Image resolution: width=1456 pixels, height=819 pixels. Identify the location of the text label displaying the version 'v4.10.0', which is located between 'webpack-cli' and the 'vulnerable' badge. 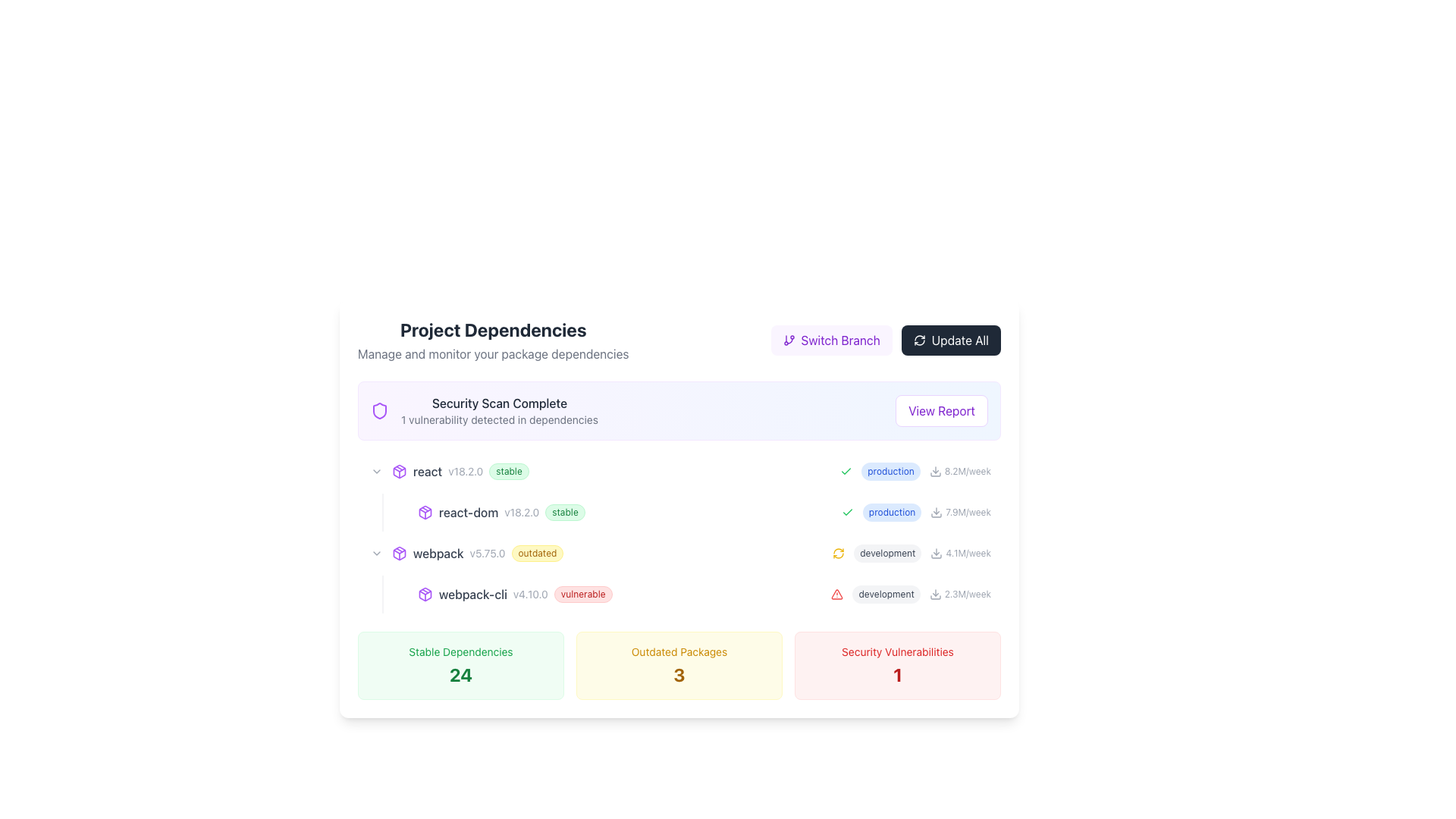
(530, 593).